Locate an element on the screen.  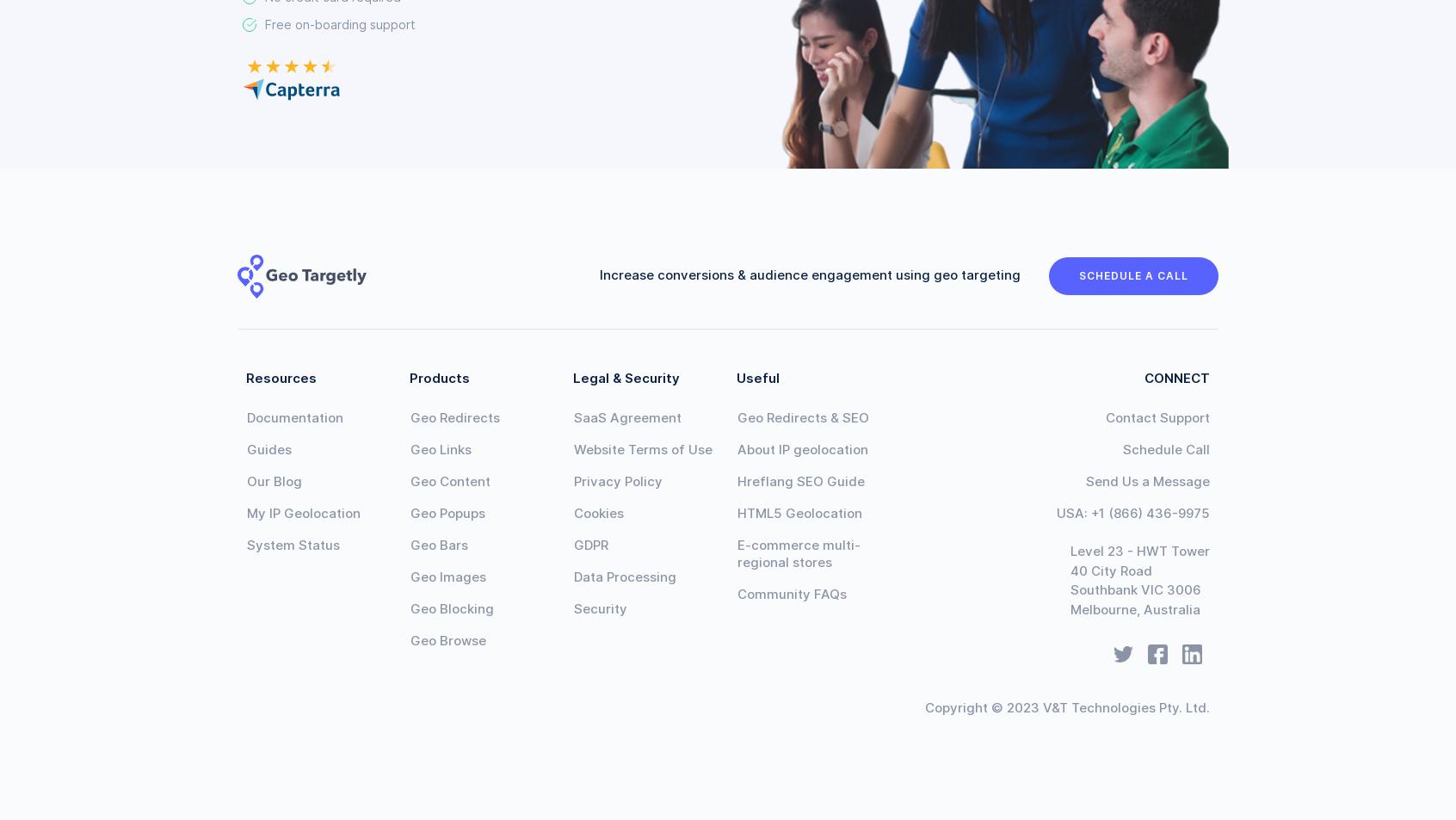
'Level 23 - HWT Tower' is located at coordinates (1138, 551).